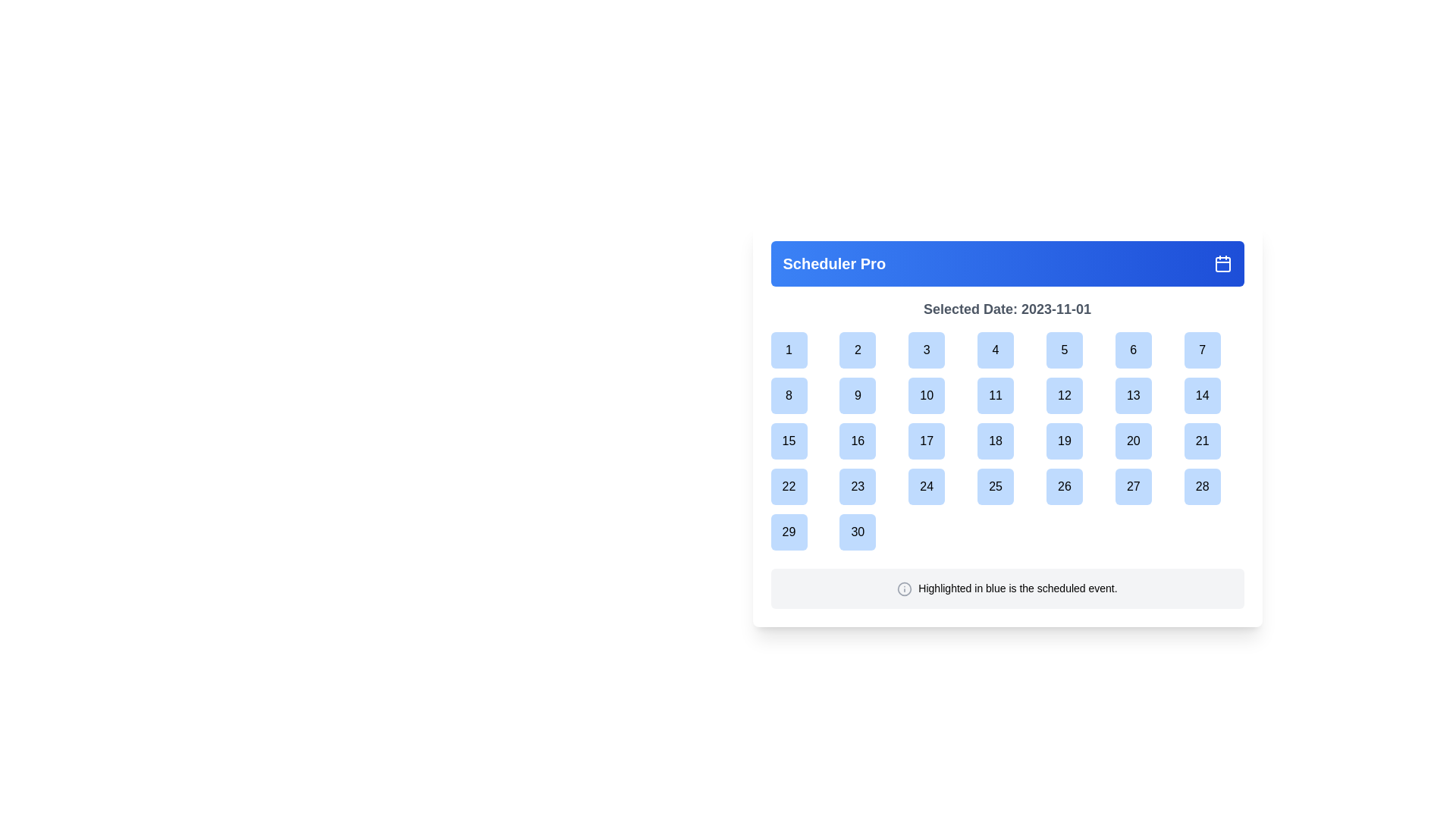  What do you see at coordinates (858, 394) in the screenshot?
I see `the rounded rectangular button with a light blue background displaying the number '9'` at bounding box center [858, 394].